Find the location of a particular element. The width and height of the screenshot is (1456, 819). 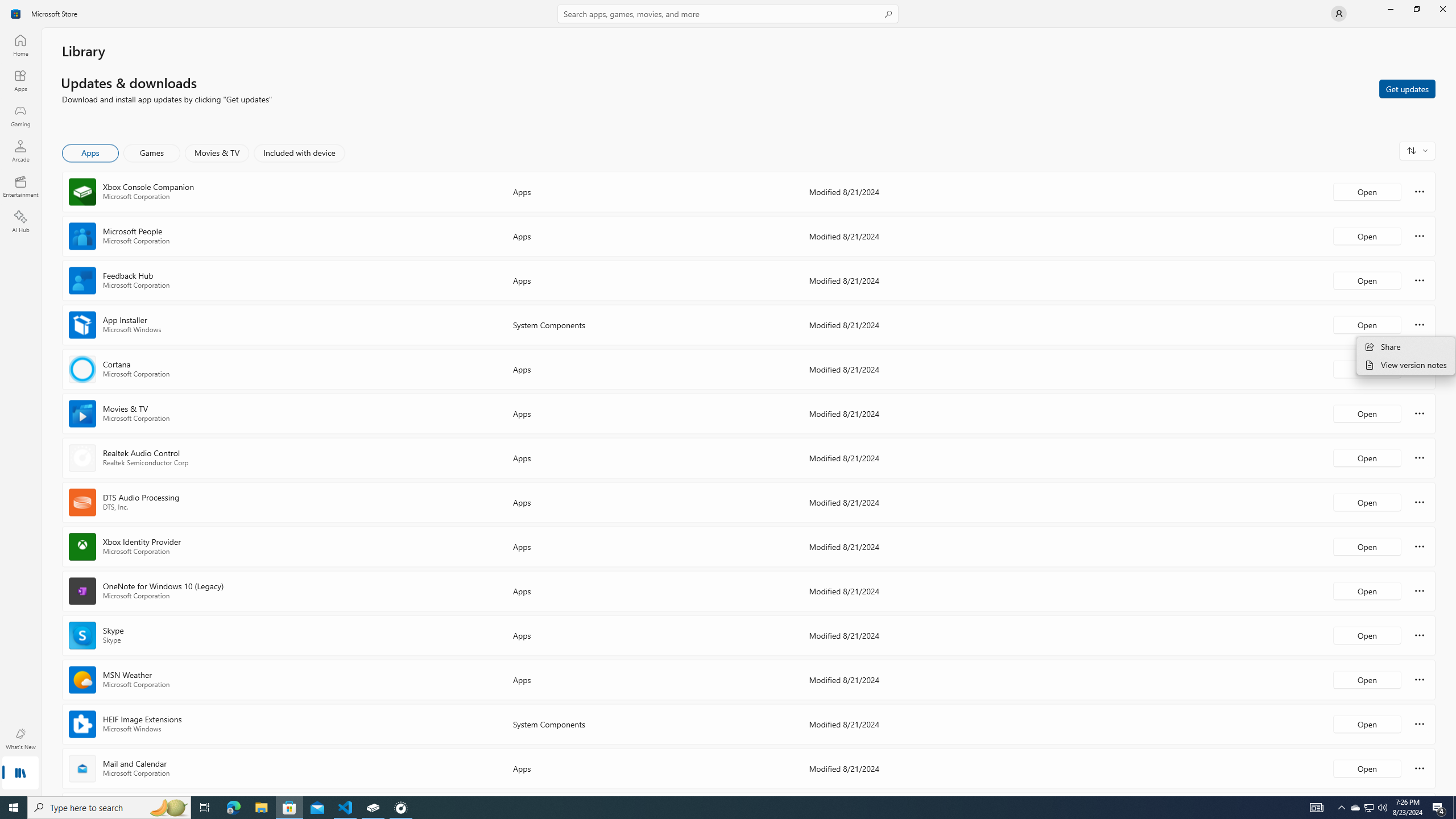

'Get updates' is located at coordinates (1407, 88).